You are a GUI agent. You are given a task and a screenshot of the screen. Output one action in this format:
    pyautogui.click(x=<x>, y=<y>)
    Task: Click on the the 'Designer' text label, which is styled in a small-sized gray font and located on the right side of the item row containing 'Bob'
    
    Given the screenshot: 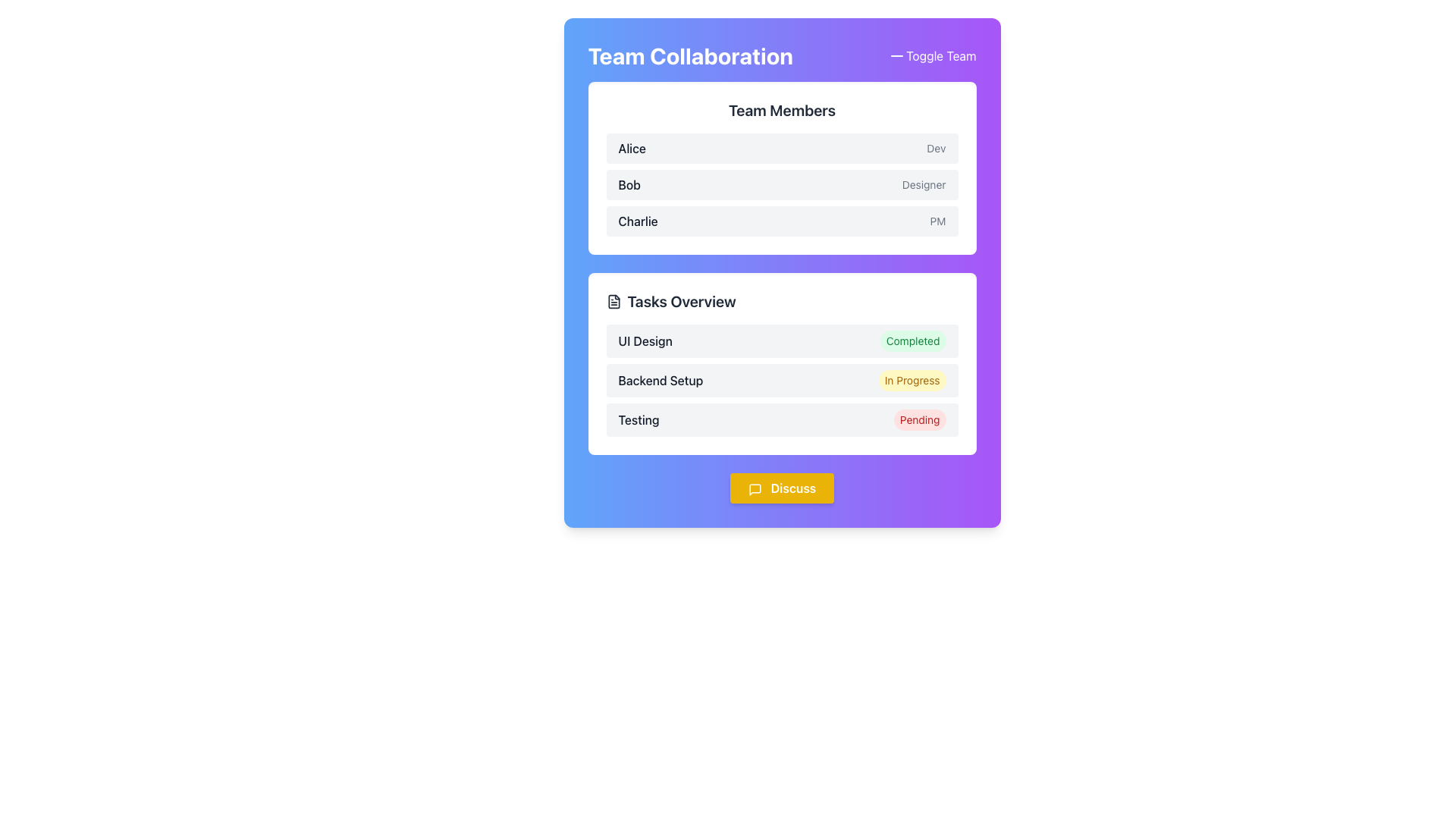 What is the action you would take?
    pyautogui.click(x=923, y=184)
    